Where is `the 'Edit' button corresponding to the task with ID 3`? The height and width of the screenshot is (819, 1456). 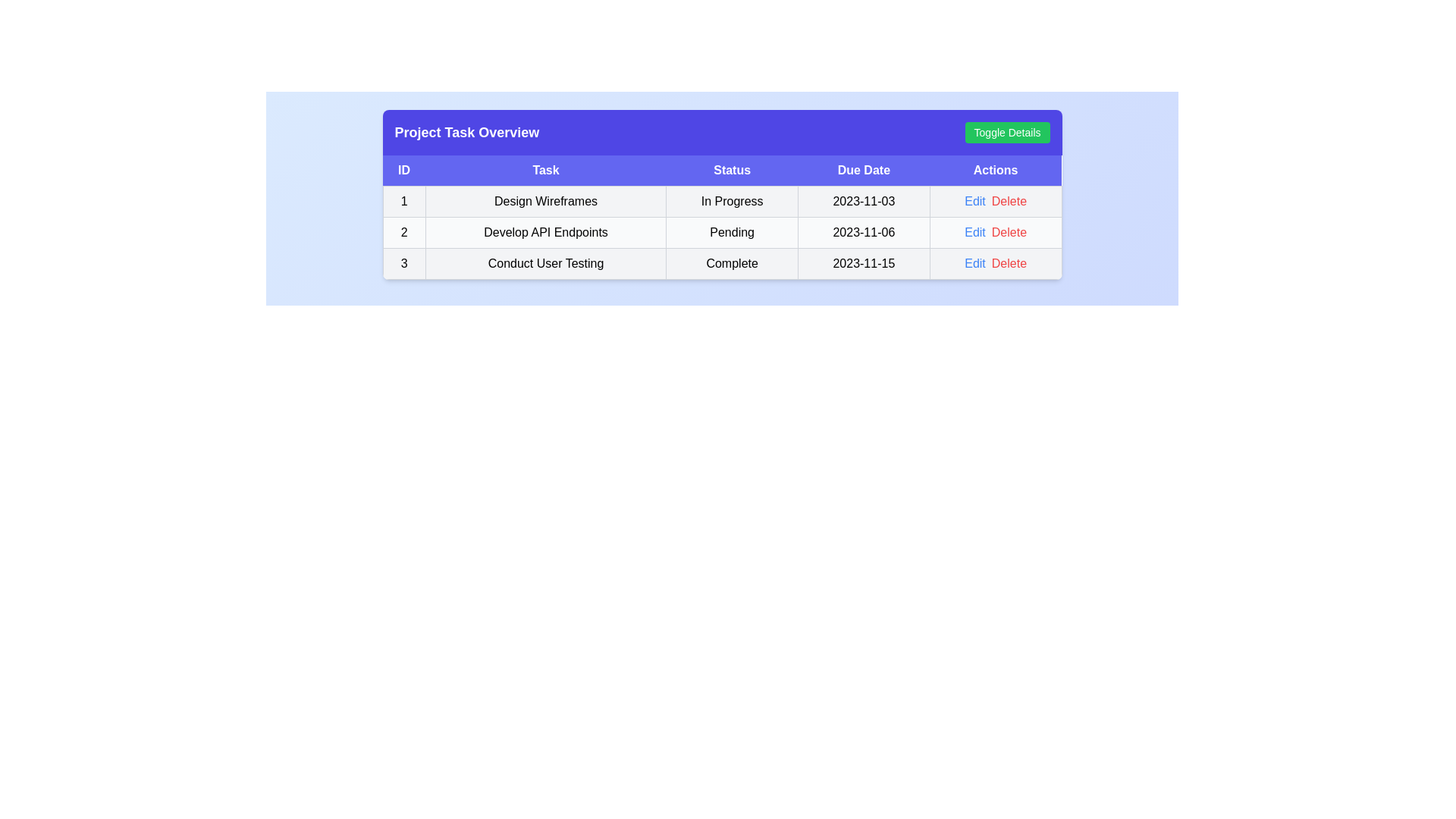 the 'Edit' button corresponding to the task with ID 3 is located at coordinates (975, 262).